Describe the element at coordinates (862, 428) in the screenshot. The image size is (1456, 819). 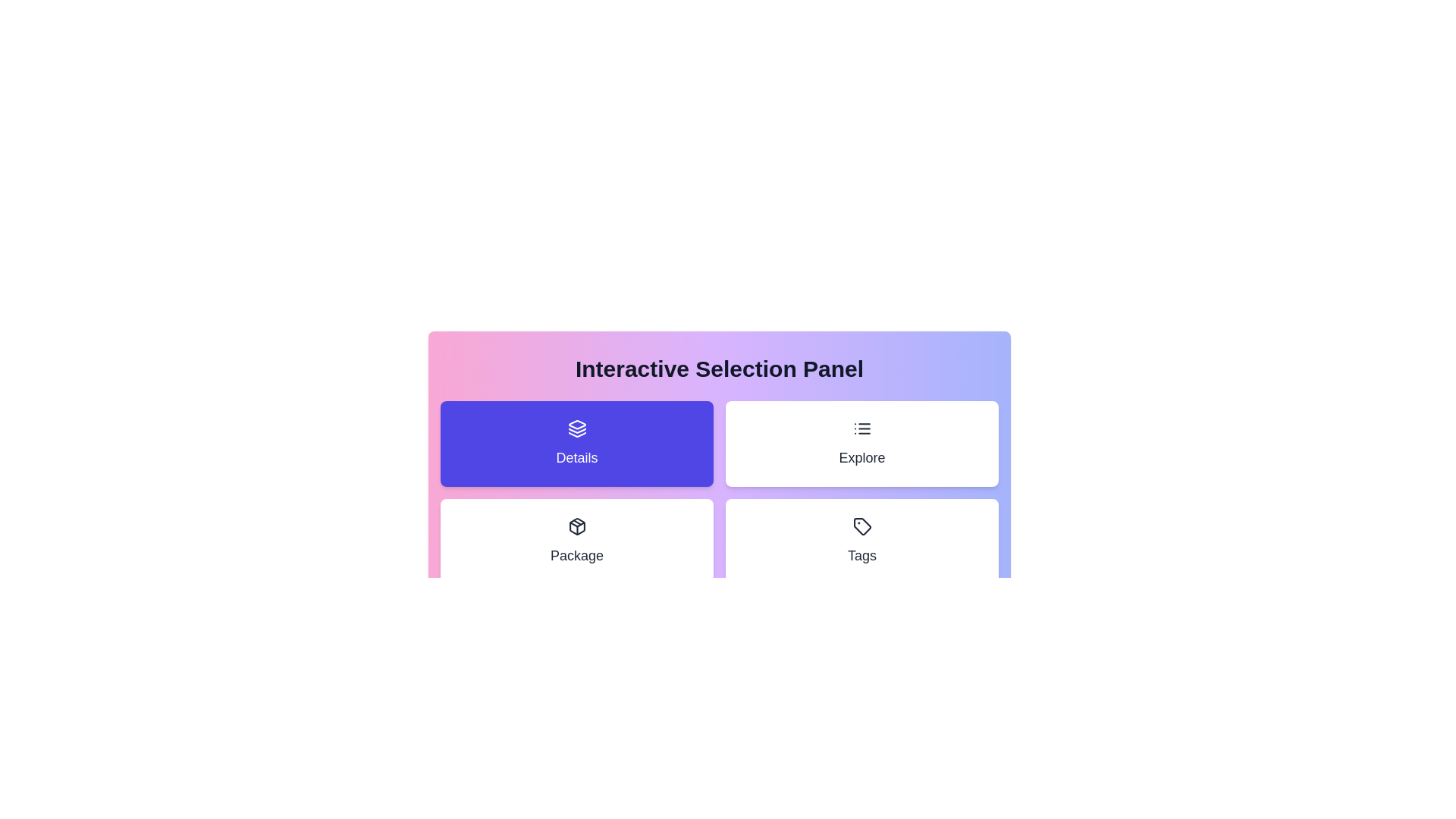
I see `the icon representing the list view or hierarchical structure located at the upper part of the 'Explore' tile in the top-right corner of the grid layout` at that location.